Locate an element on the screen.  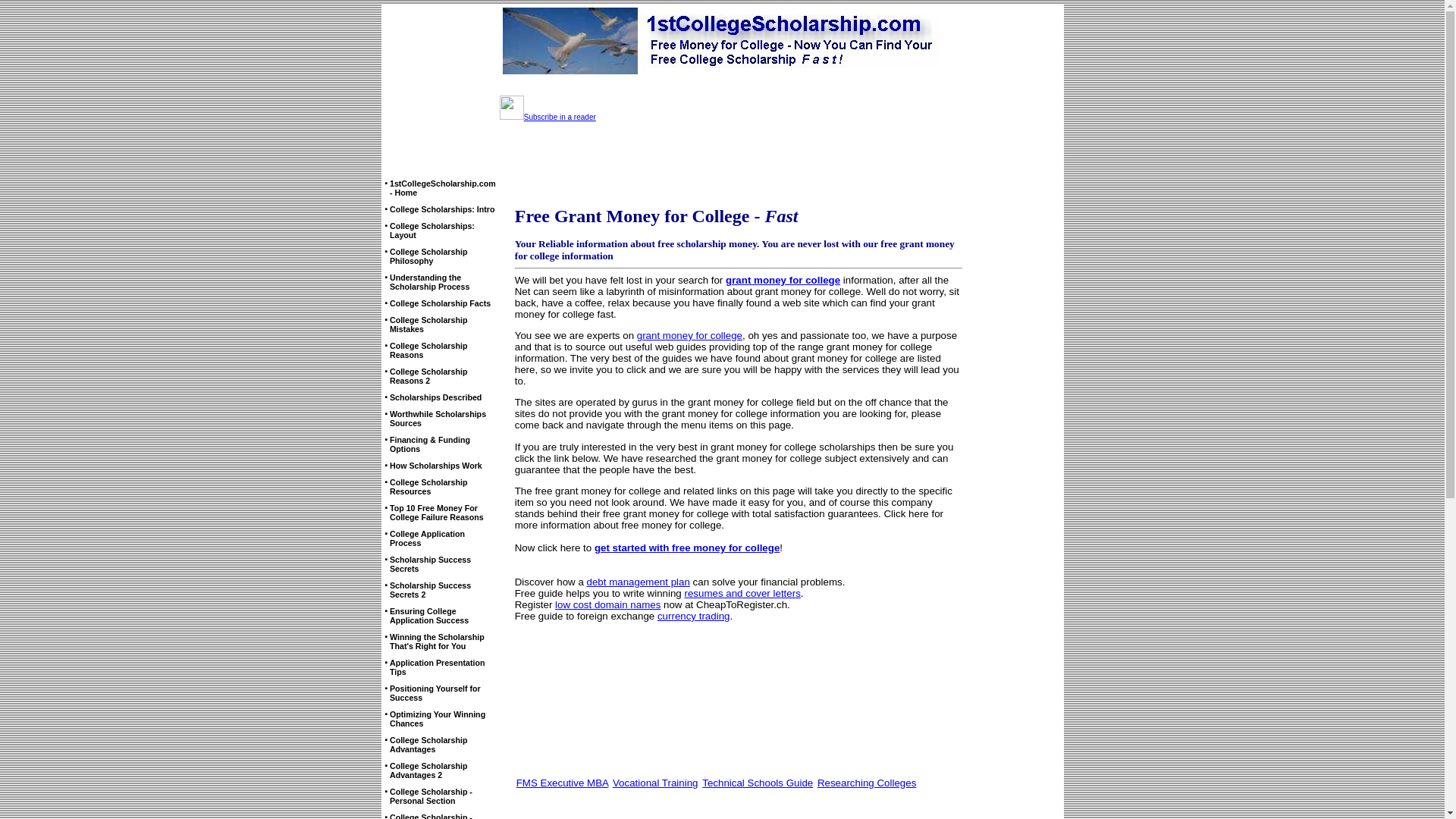
'Ensuring College Application Success' is located at coordinates (428, 616).